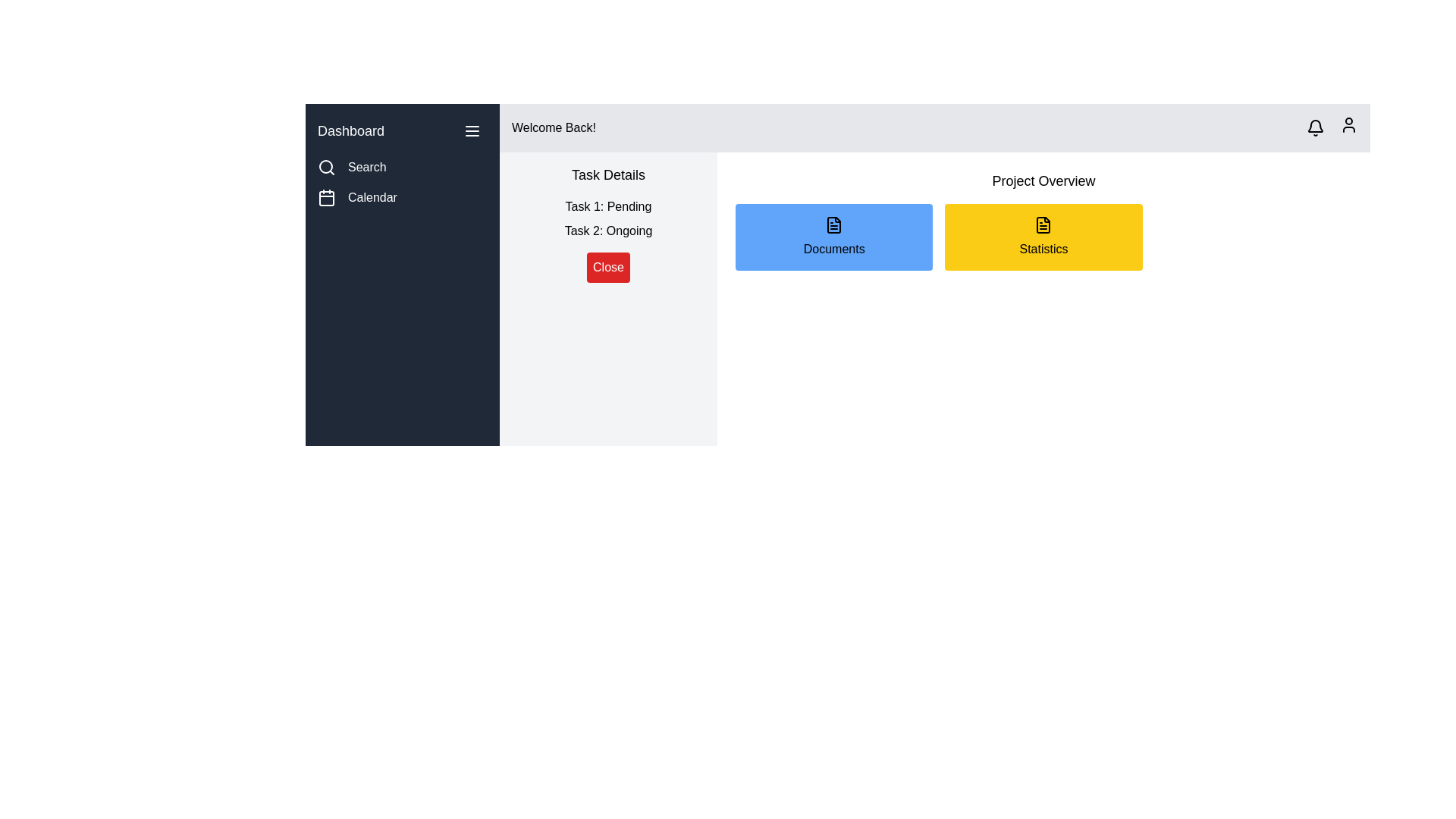 Image resolution: width=1456 pixels, height=819 pixels. Describe the element at coordinates (1349, 124) in the screenshot. I see `the user silhouette icon located` at that location.